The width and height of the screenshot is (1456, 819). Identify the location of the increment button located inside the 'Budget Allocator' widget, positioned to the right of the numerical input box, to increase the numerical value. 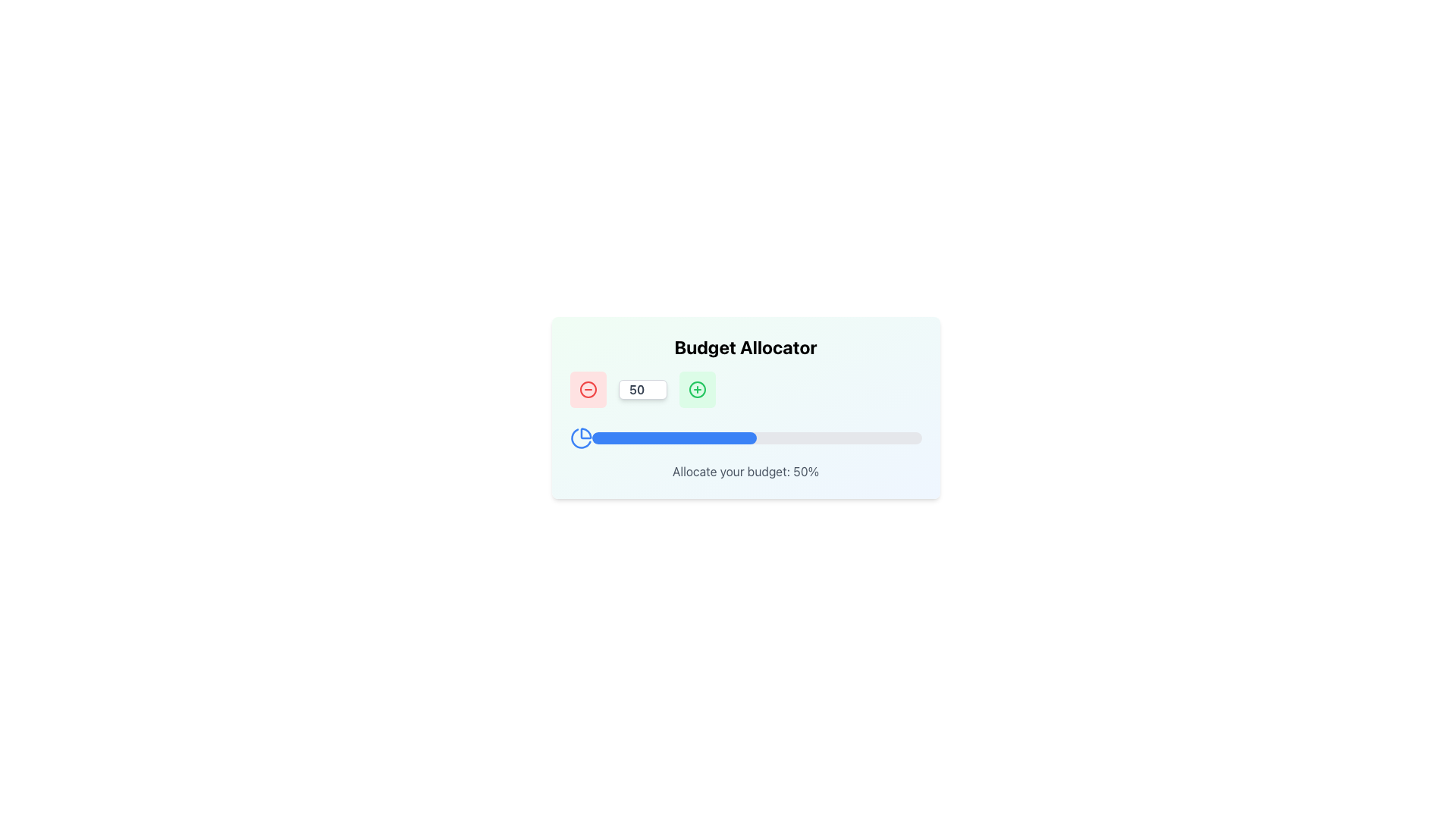
(696, 388).